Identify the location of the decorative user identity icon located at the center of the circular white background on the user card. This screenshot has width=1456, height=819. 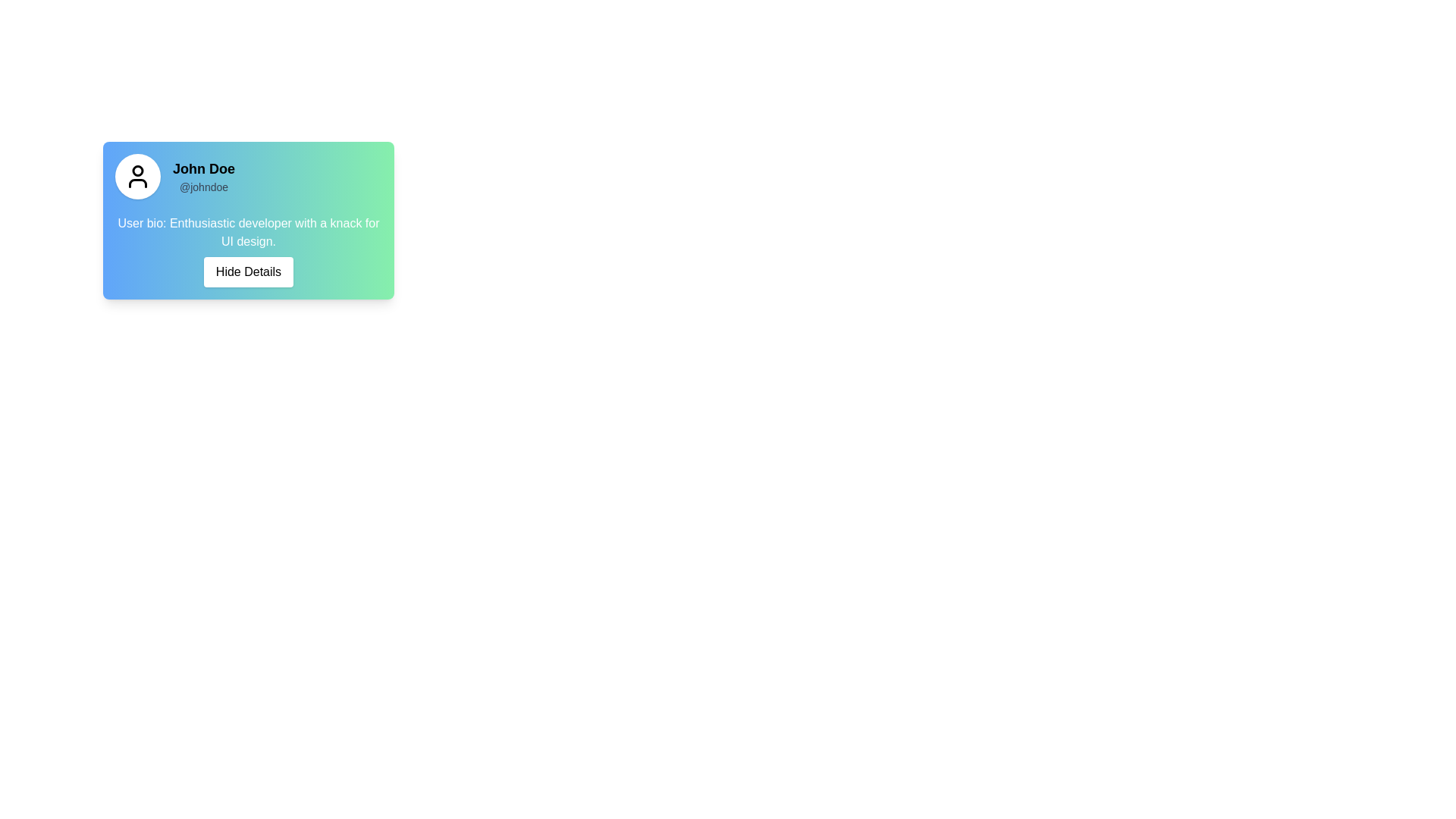
(138, 175).